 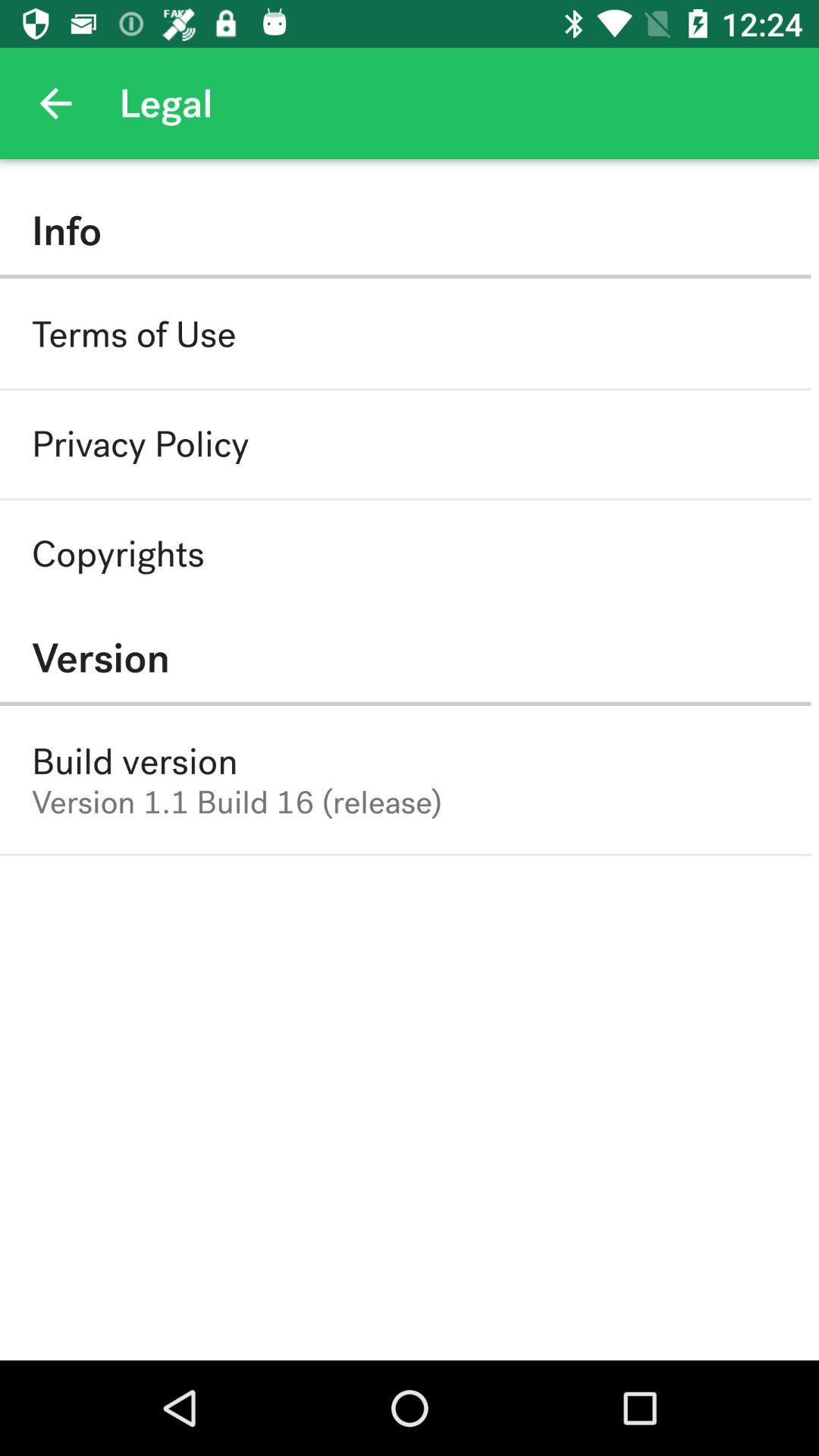 What do you see at coordinates (117, 553) in the screenshot?
I see `item above version` at bounding box center [117, 553].